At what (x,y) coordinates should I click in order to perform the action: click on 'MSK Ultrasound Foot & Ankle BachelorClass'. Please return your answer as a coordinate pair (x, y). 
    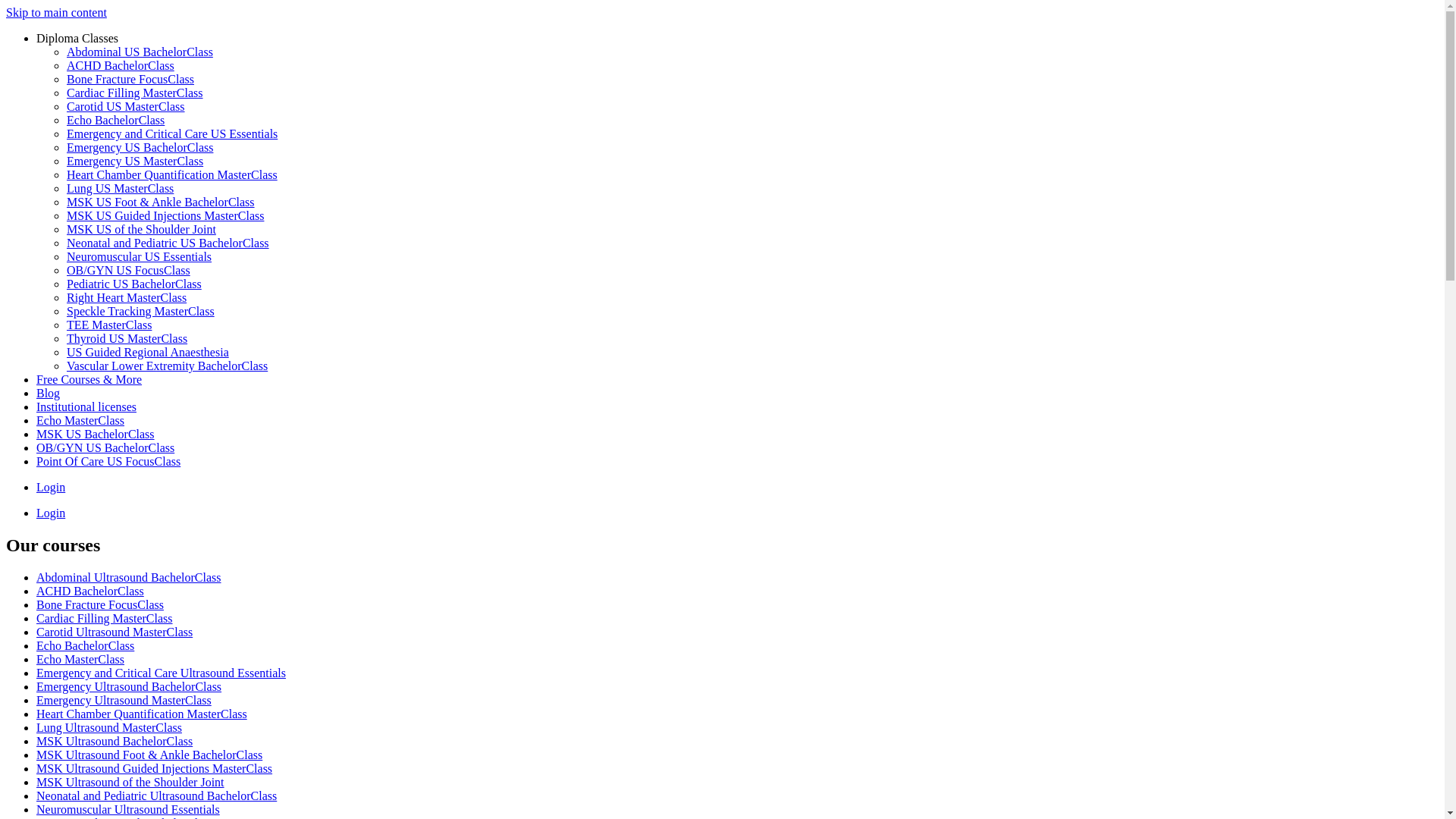
    Looking at the image, I should click on (149, 755).